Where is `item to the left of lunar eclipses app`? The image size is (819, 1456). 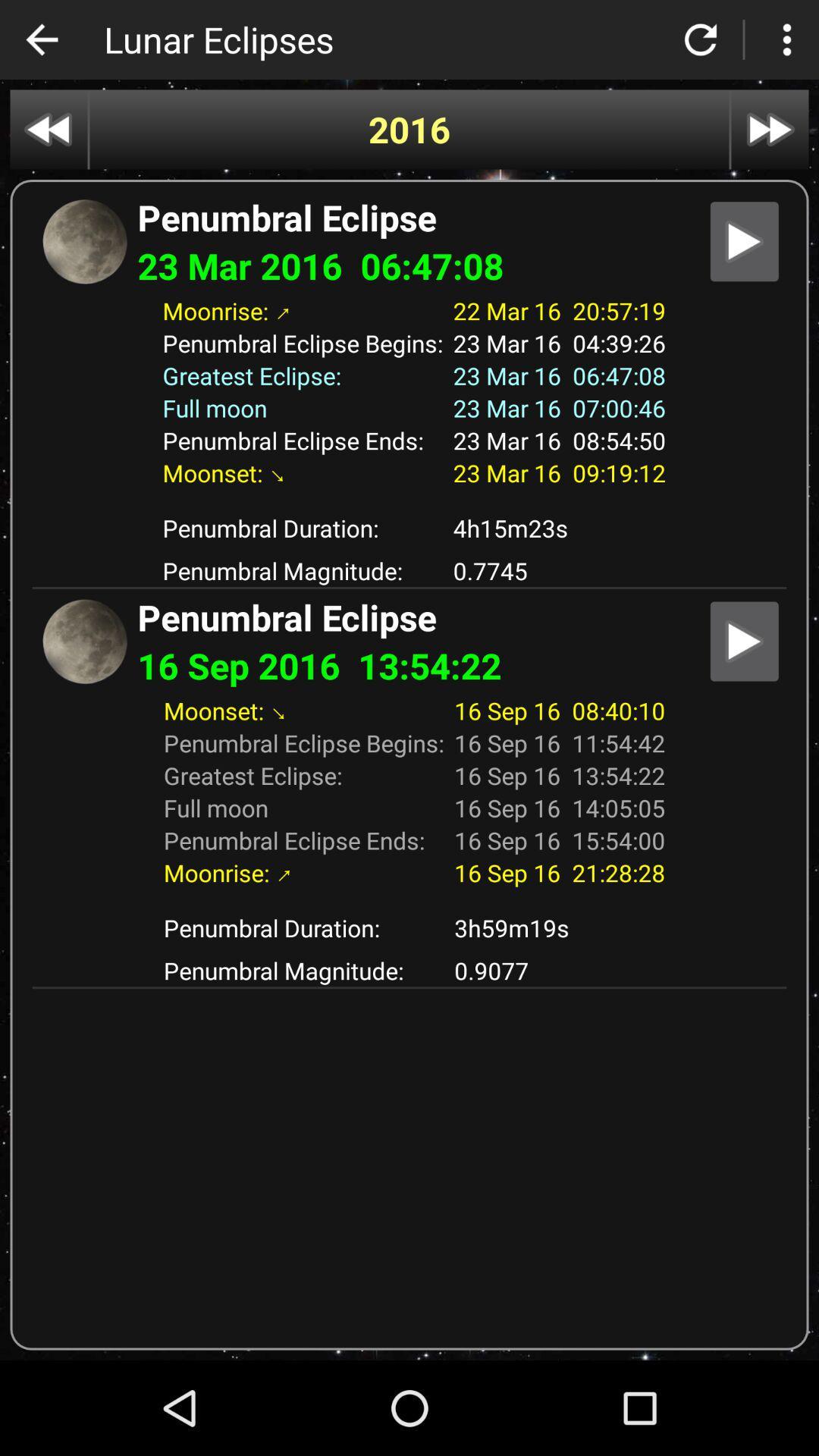
item to the left of lunar eclipses app is located at coordinates (41, 39).